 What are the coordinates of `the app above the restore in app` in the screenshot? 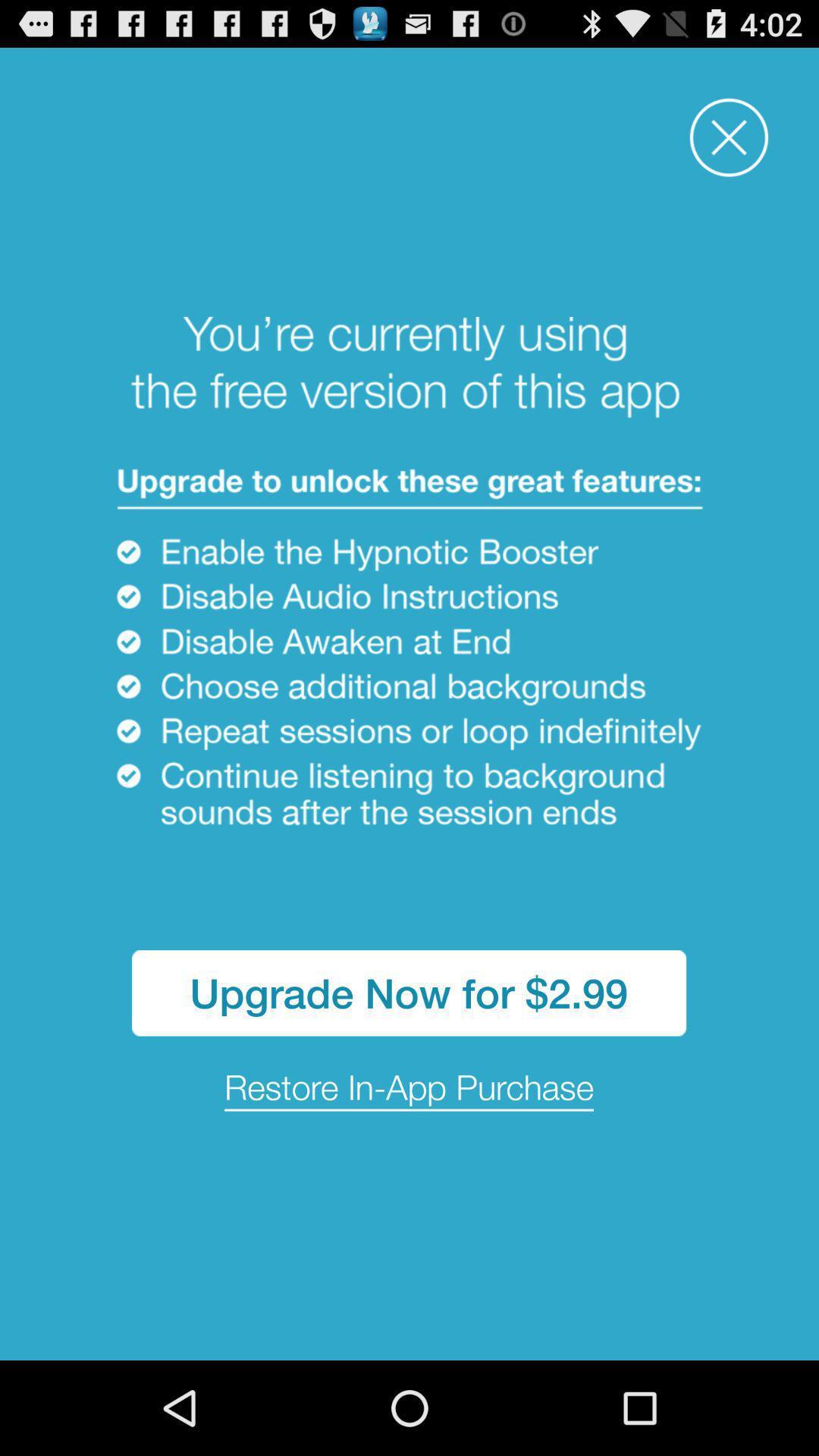 It's located at (408, 993).